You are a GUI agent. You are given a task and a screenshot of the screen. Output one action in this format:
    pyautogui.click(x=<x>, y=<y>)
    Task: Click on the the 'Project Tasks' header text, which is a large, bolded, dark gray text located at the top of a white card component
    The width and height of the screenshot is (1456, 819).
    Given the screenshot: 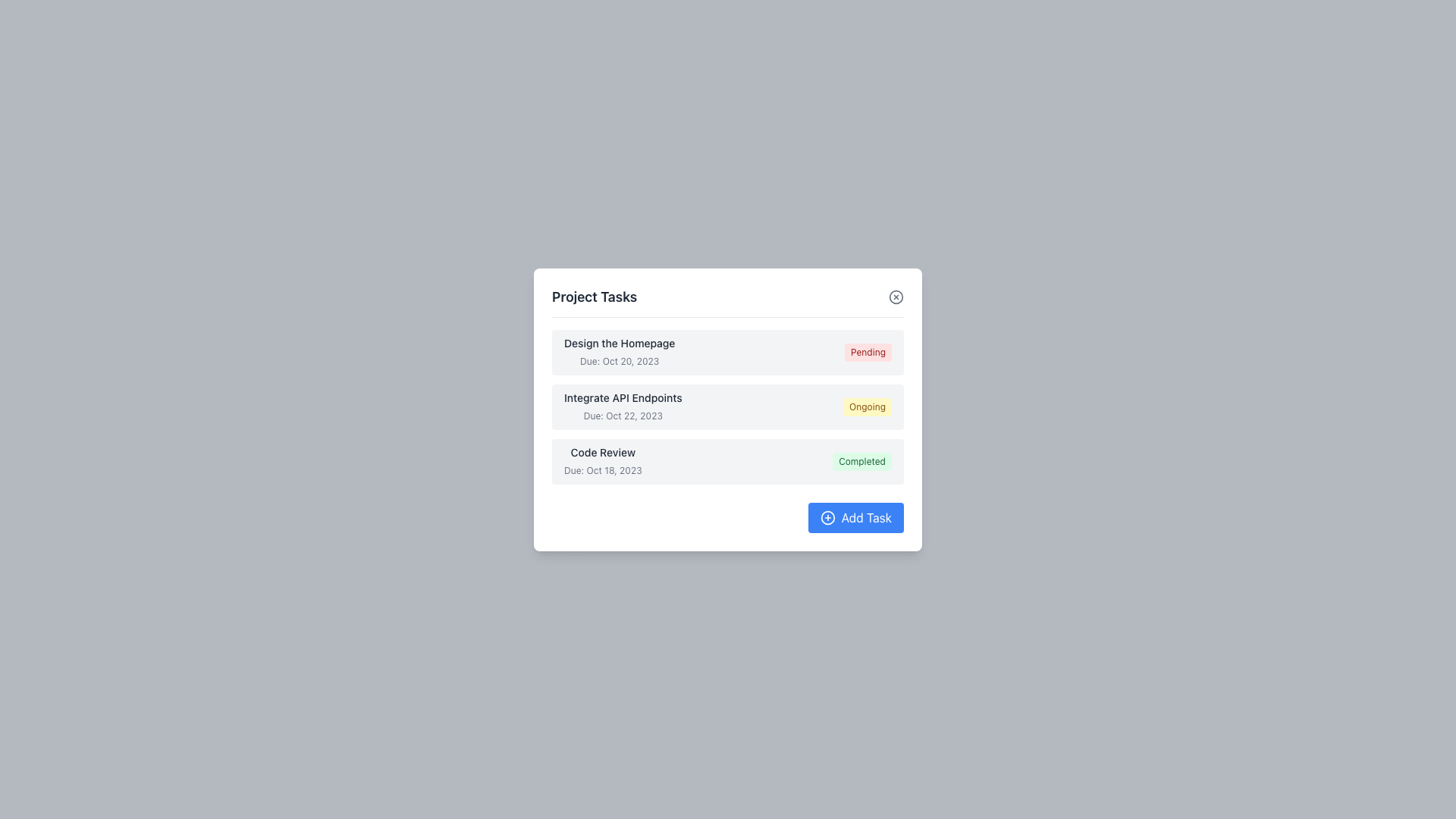 What is the action you would take?
    pyautogui.click(x=594, y=297)
    